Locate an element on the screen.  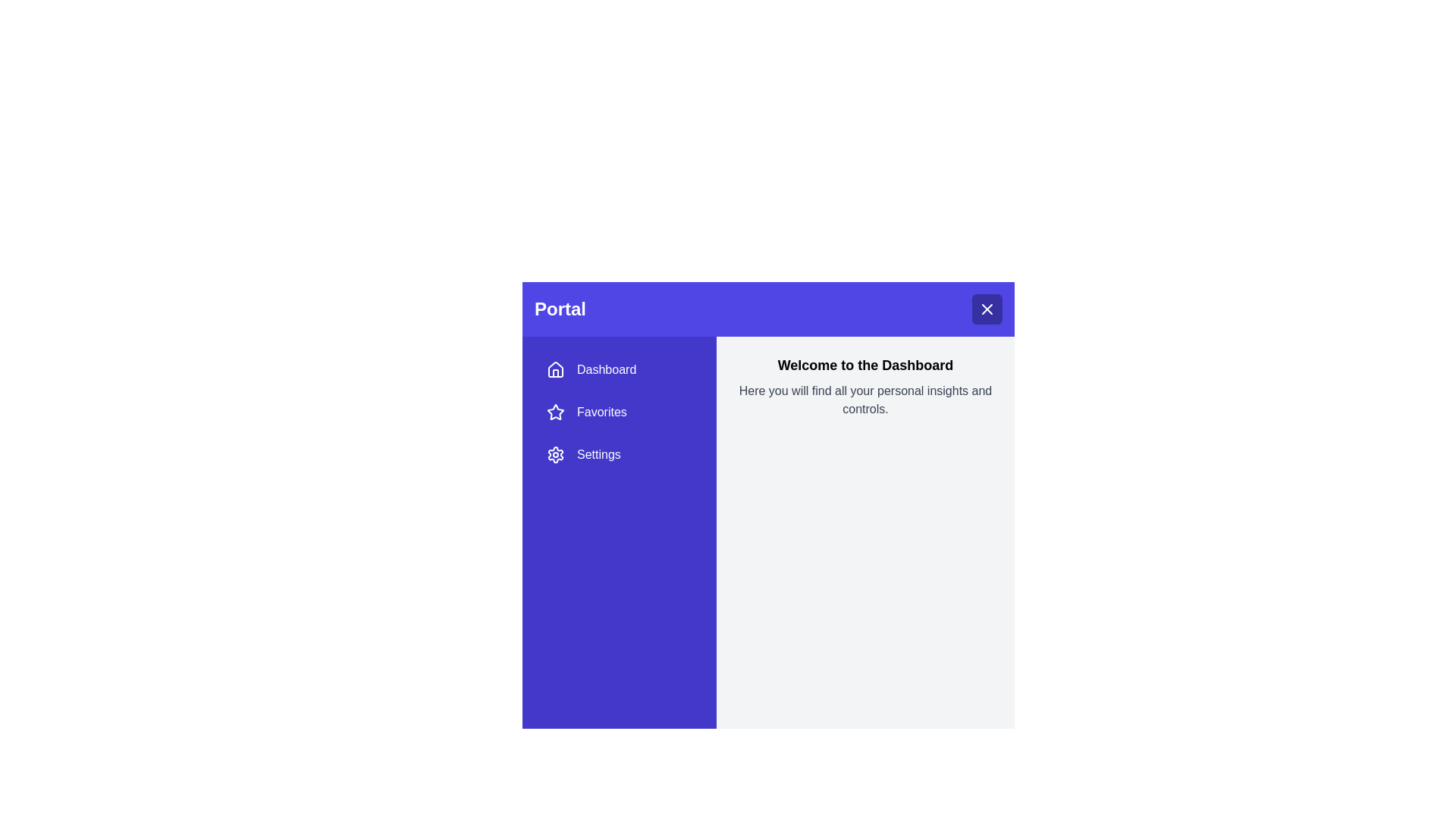
the vertical line of the house icon in the left navigation panel, which is aligned with the 'Dashboard' label is located at coordinates (555, 373).